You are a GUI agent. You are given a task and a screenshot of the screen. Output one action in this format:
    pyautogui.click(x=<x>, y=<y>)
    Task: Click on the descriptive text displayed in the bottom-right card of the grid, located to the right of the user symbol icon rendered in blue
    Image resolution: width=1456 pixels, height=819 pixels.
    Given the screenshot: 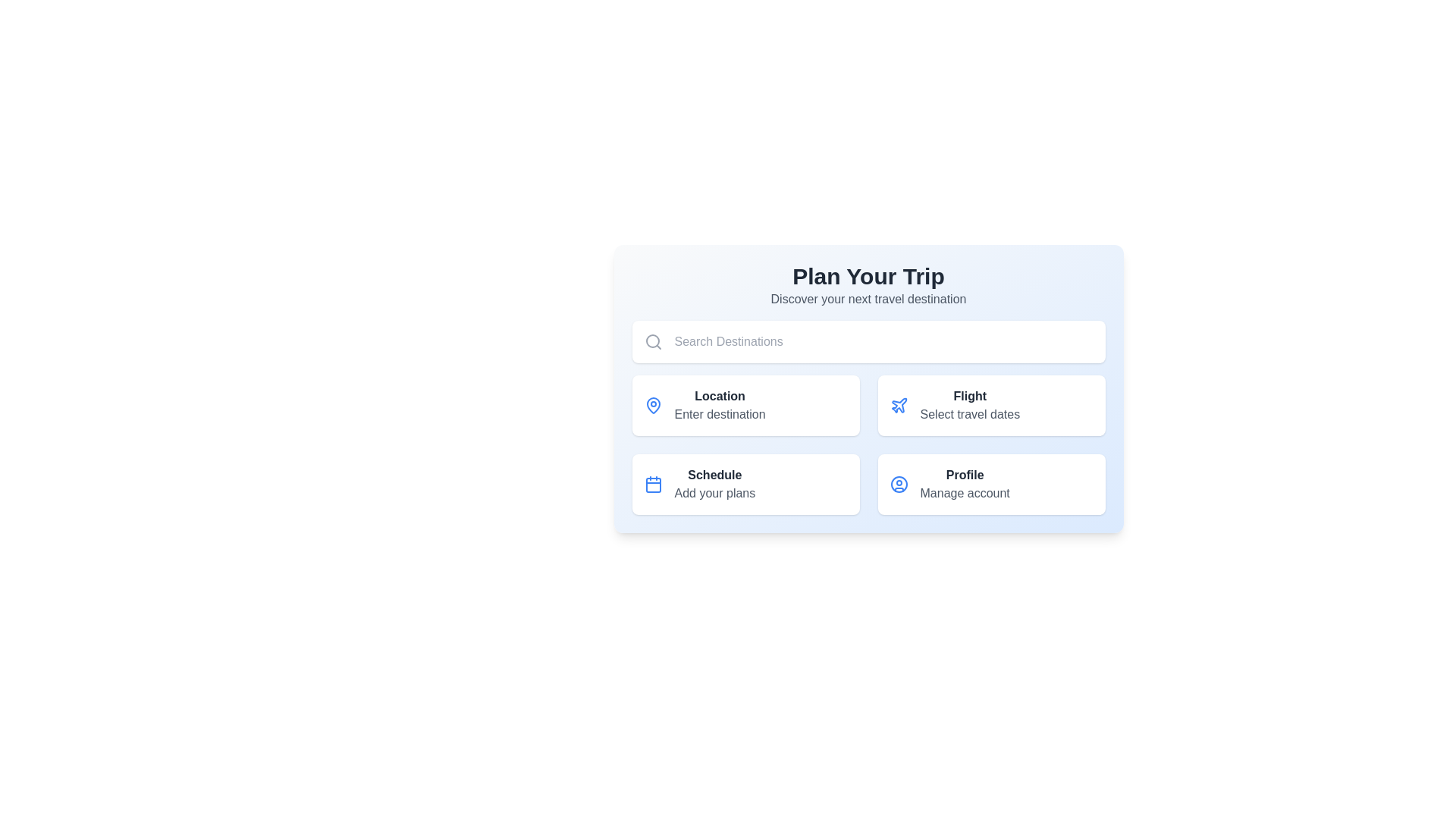 What is the action you would take?
    pyautogui.click(x=964, y=485)
    